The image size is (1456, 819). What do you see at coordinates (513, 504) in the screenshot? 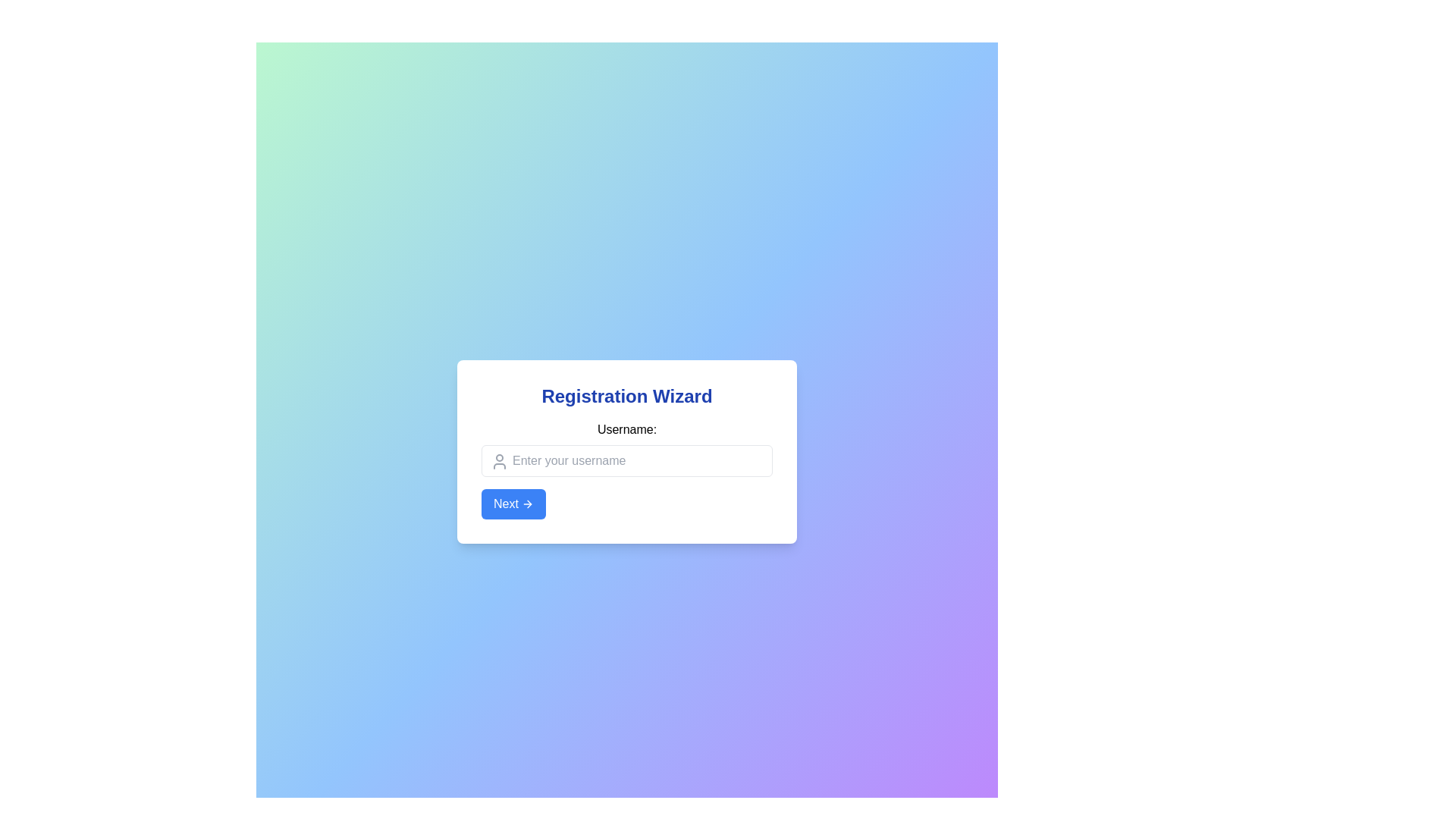
I see `the 'Next' button with a blue background and white text` at bounding box center [513, 504].